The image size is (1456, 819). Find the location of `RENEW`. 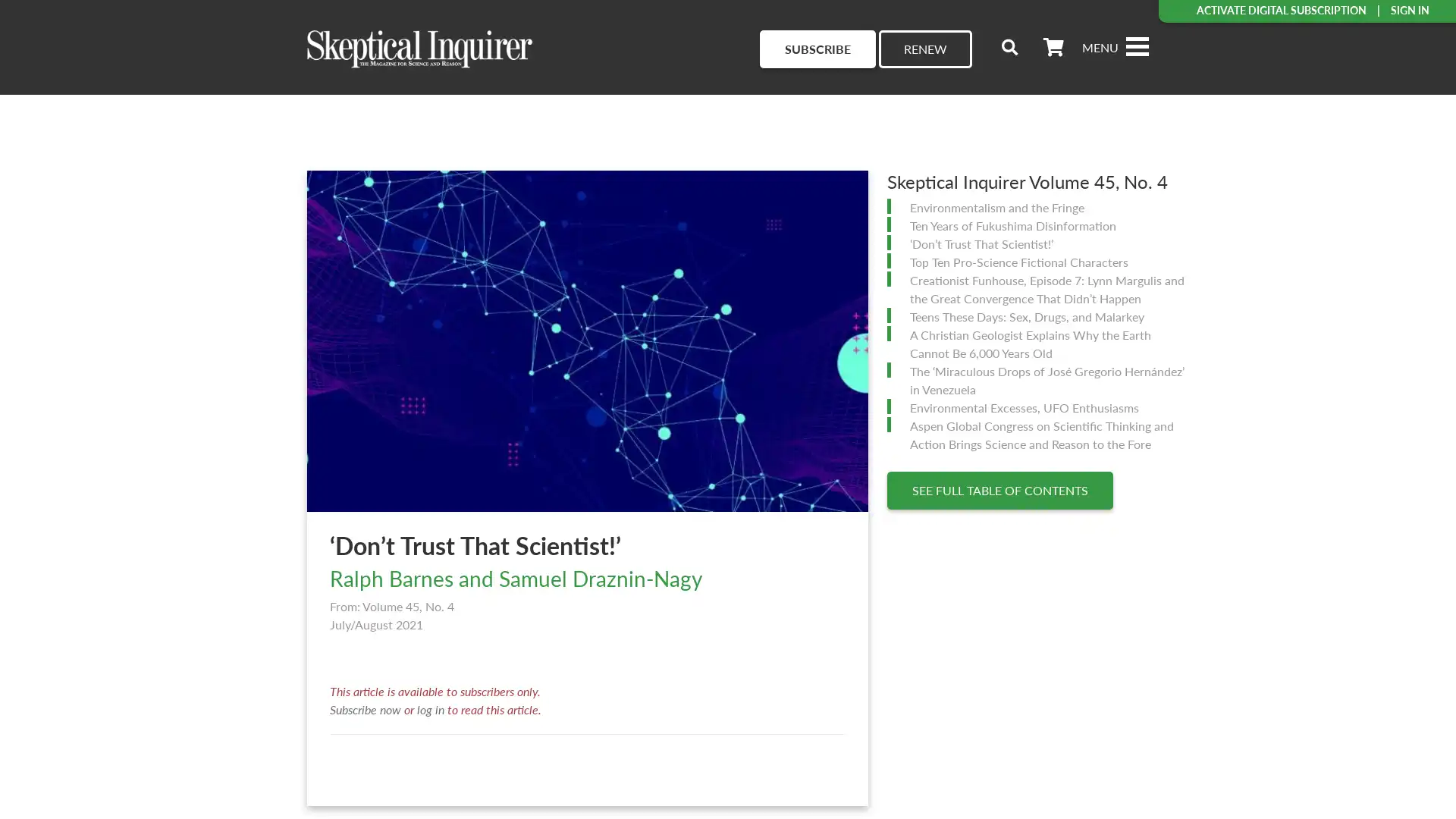

RENEW is located at coordinates (924, 49).